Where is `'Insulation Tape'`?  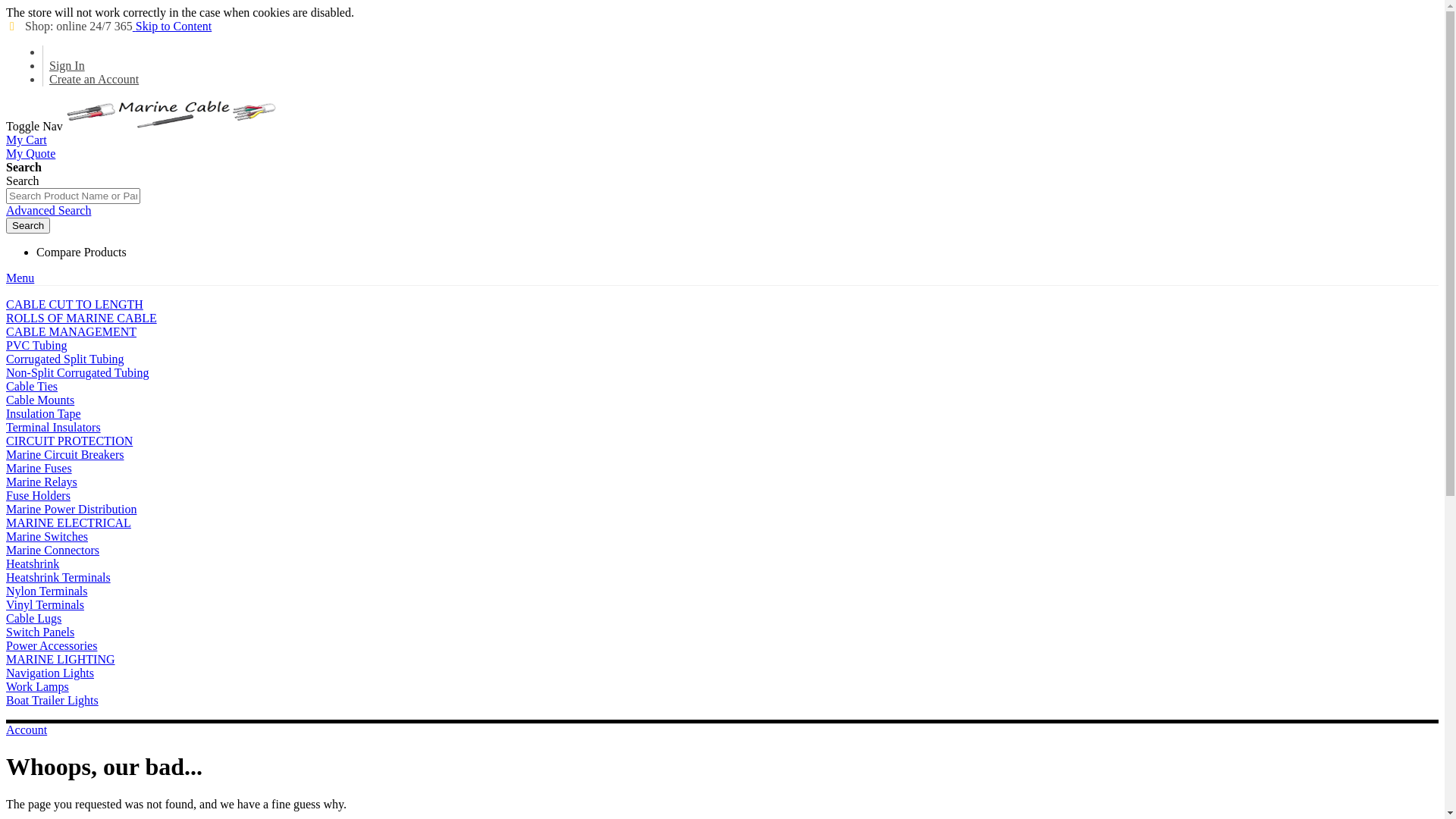
'Insulation Tape' is located at coordinates (43, 413).